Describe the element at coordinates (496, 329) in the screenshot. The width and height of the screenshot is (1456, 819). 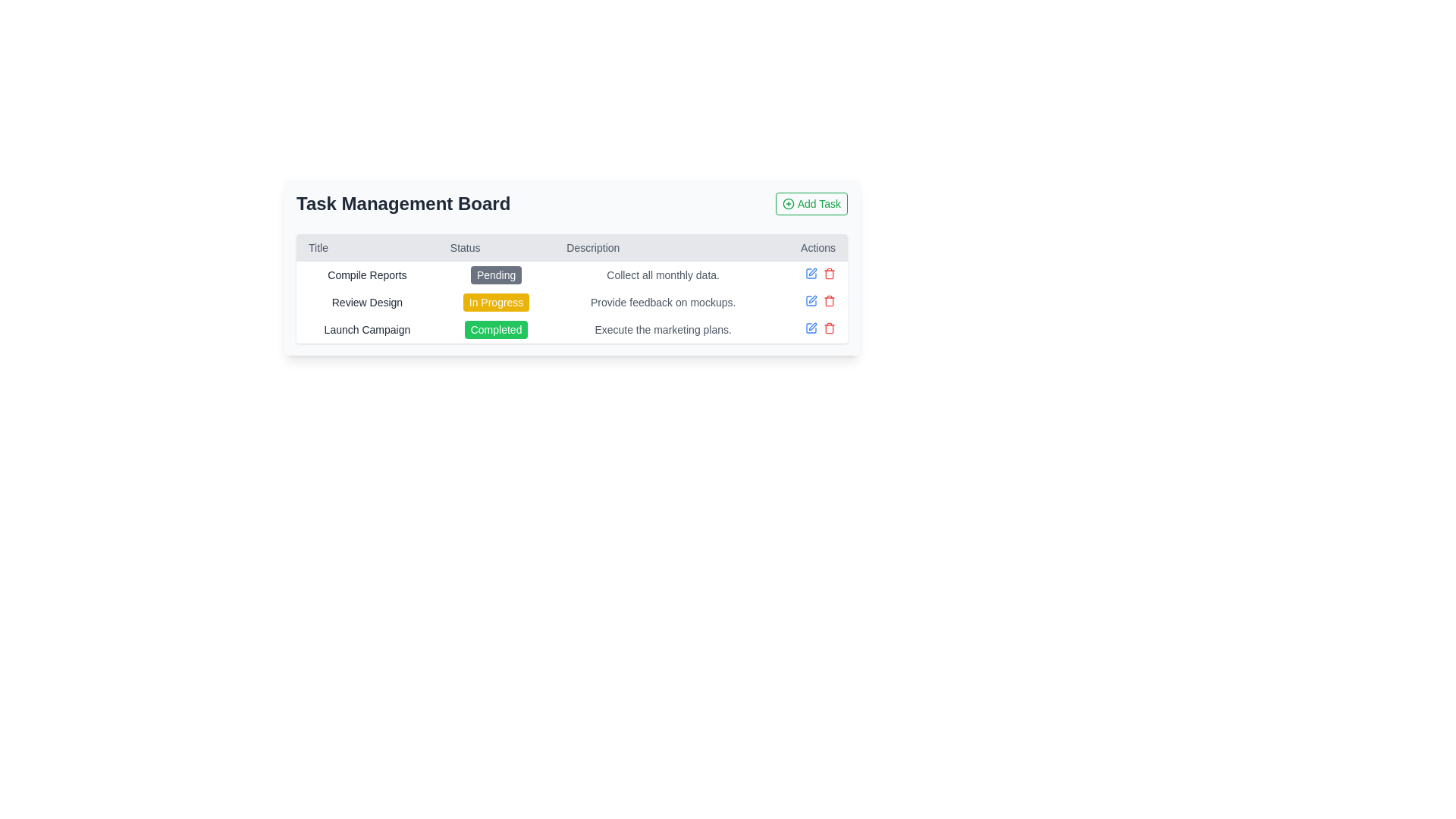
I see `the status indicator for the task labeled 'Launch Campaign', which indicates that the status is completed, located in the 'Status' column next to 'Execute the marketing plans'` at that location.